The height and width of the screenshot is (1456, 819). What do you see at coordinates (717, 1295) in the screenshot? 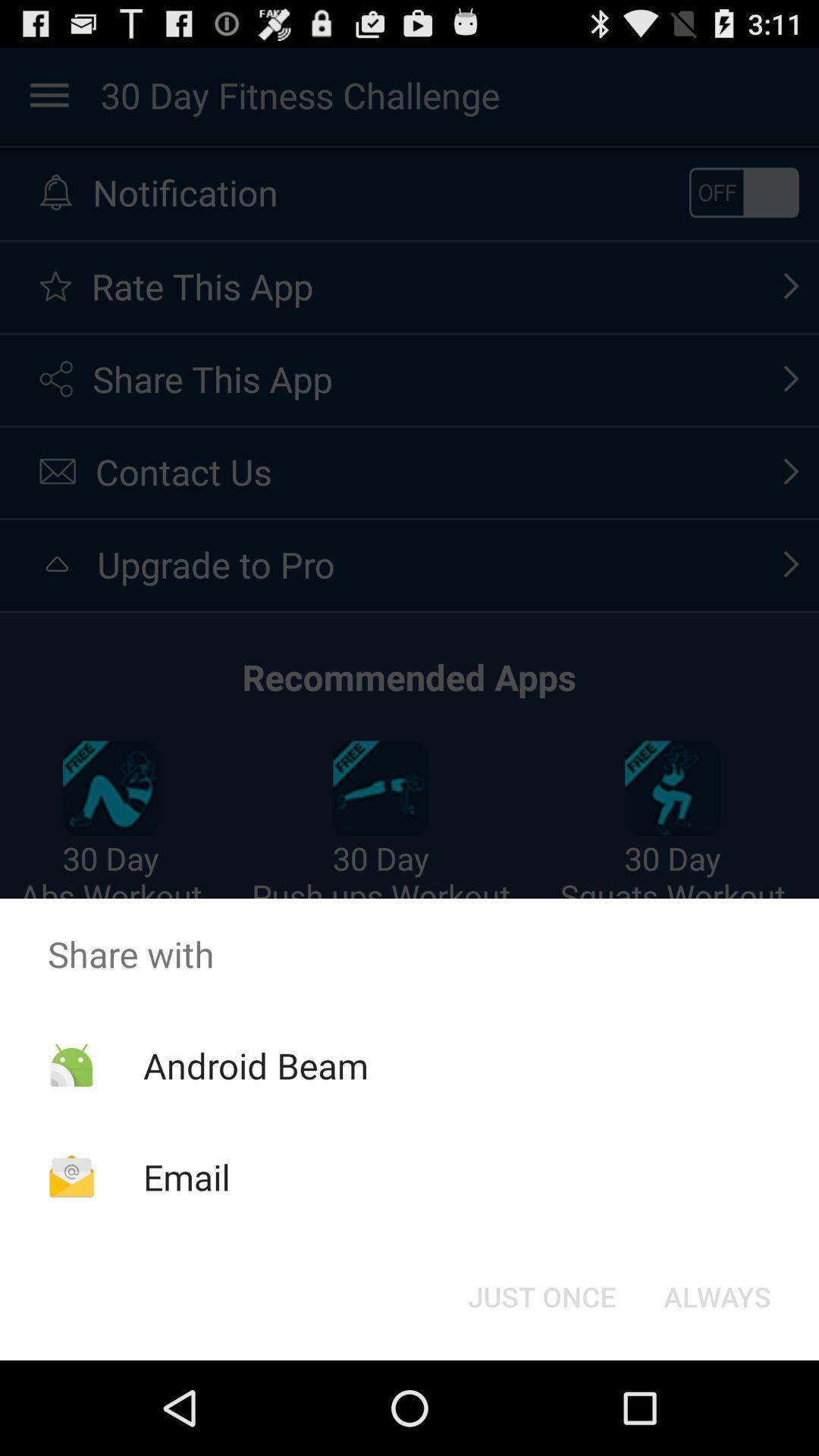
I see `always` at bounding box center [717, 1295].